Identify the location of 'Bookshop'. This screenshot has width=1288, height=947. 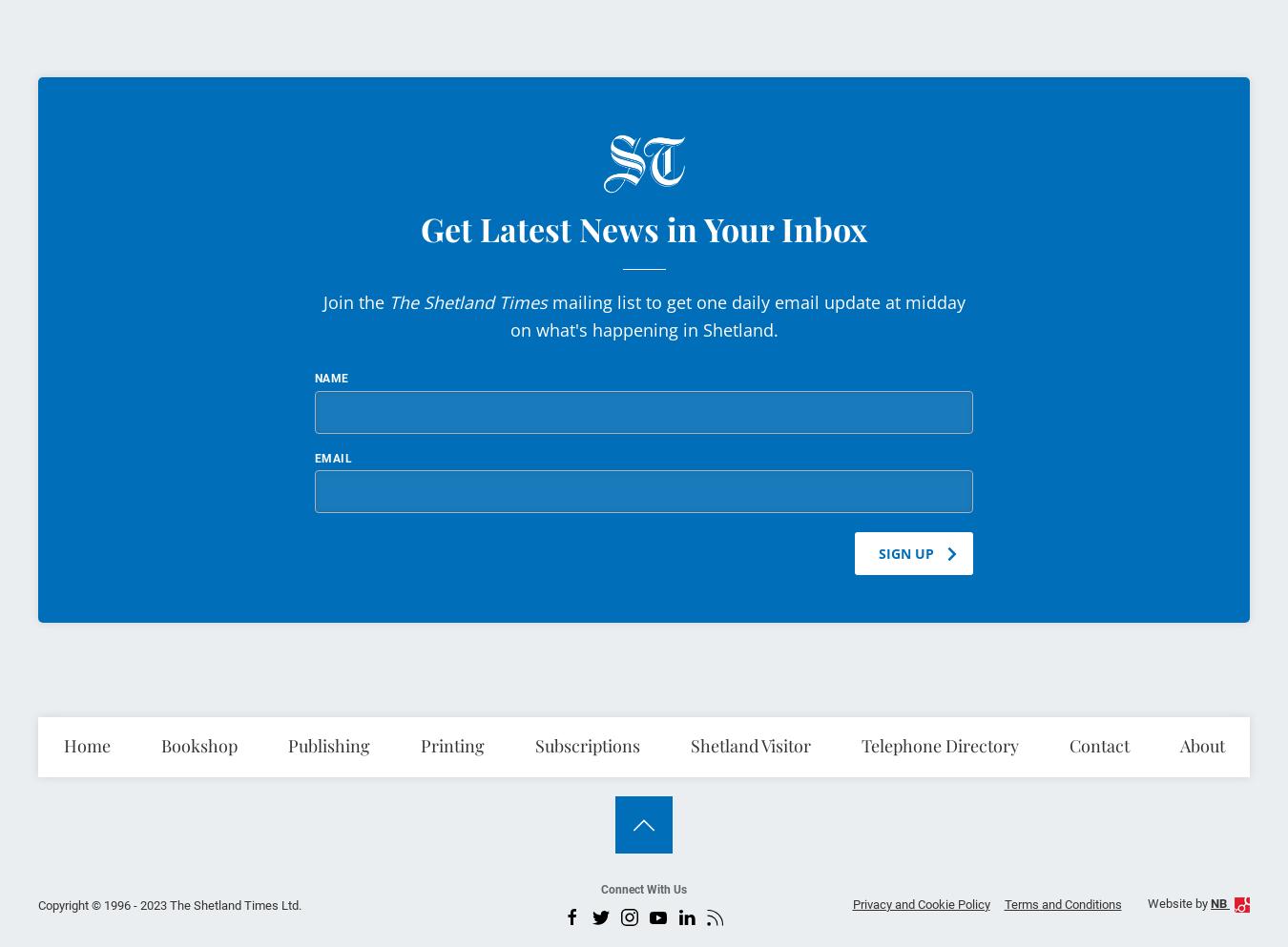
(198, 744).